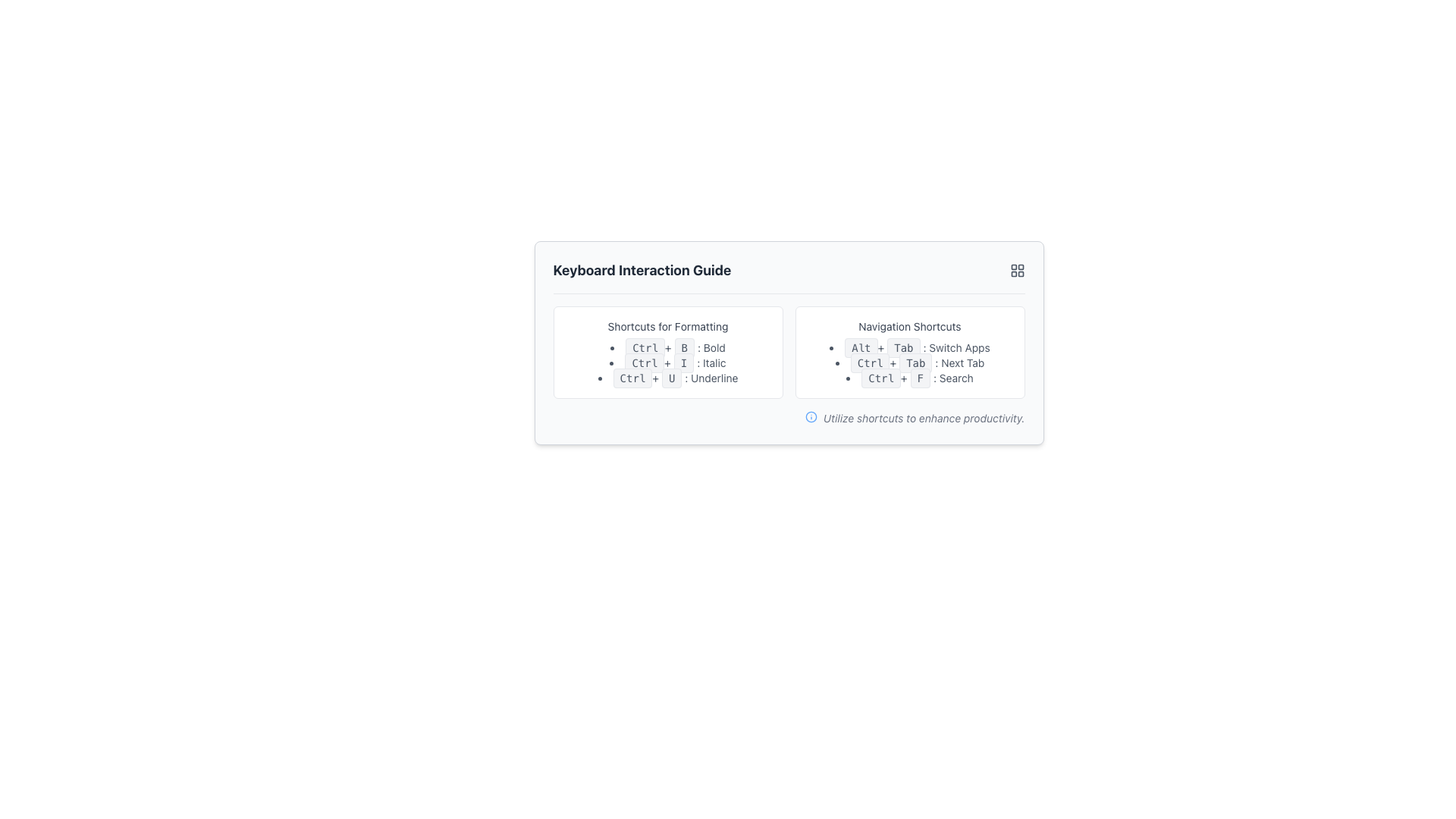 The height and width of the screenshot is (819, 1456). I want to click on the small circular information icon with a blue outline and 'i' symbol located to the left of the instructional text in the footer area for additional information, so click(810, 417).